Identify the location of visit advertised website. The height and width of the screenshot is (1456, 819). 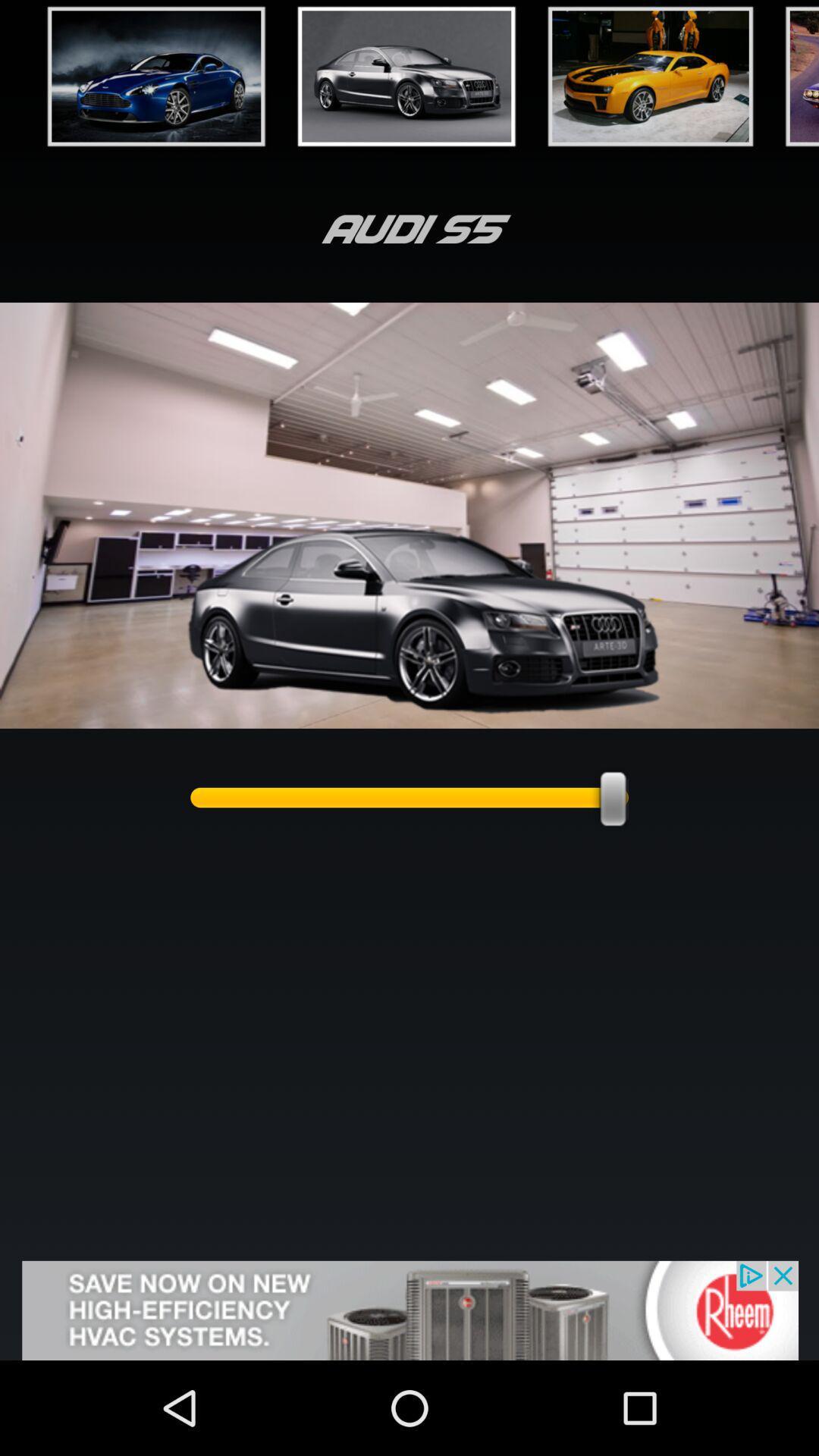
(409, 1310).